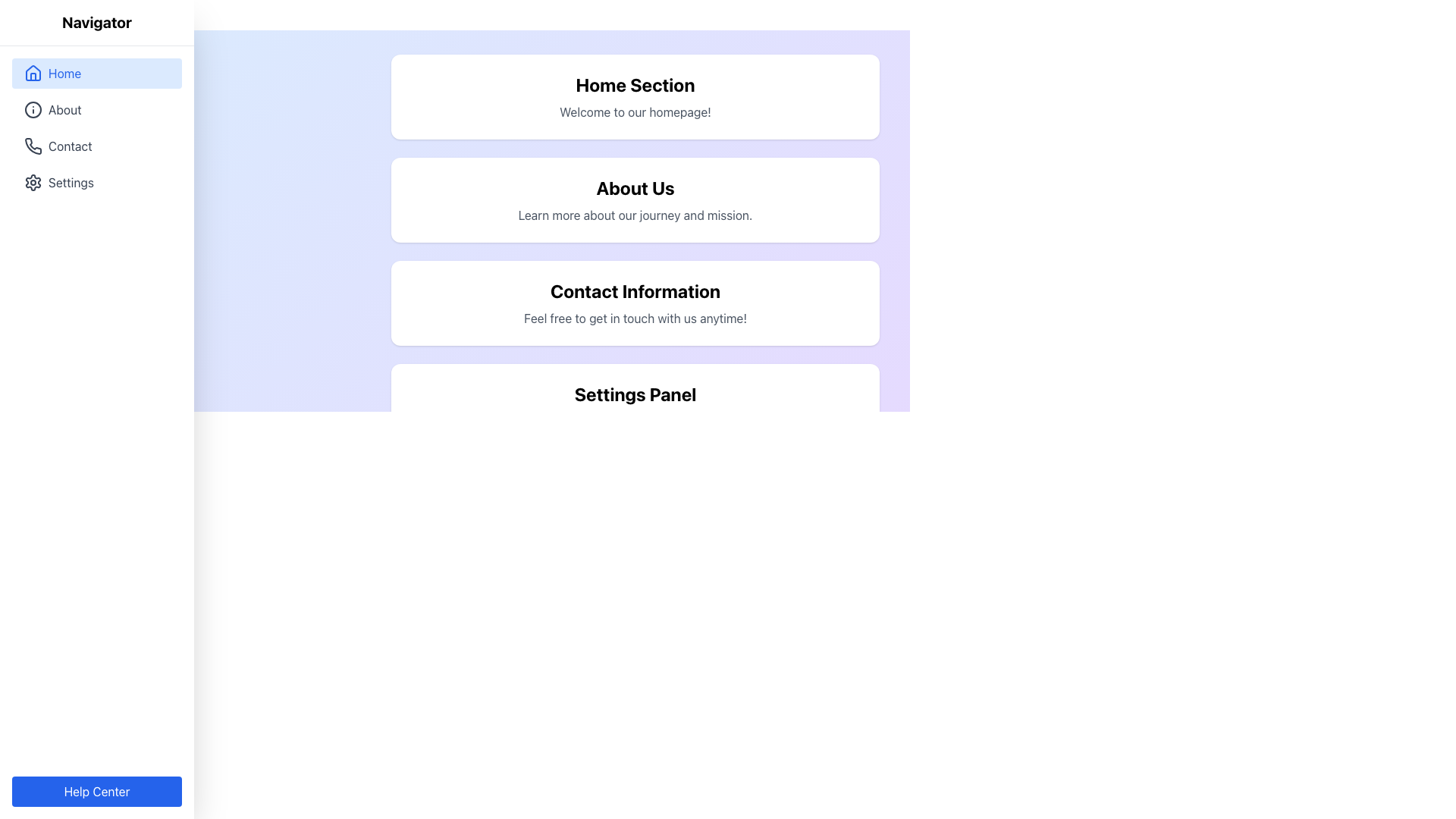 The height and width of the screenshot is (819, 1456). What do you see at coordinates (635, 187) in the screenshot?
I see `the 'About Us' title text element, which is bold and large, located in the second card of a vertical stack in the main content area` at bounding box center [635, 187].